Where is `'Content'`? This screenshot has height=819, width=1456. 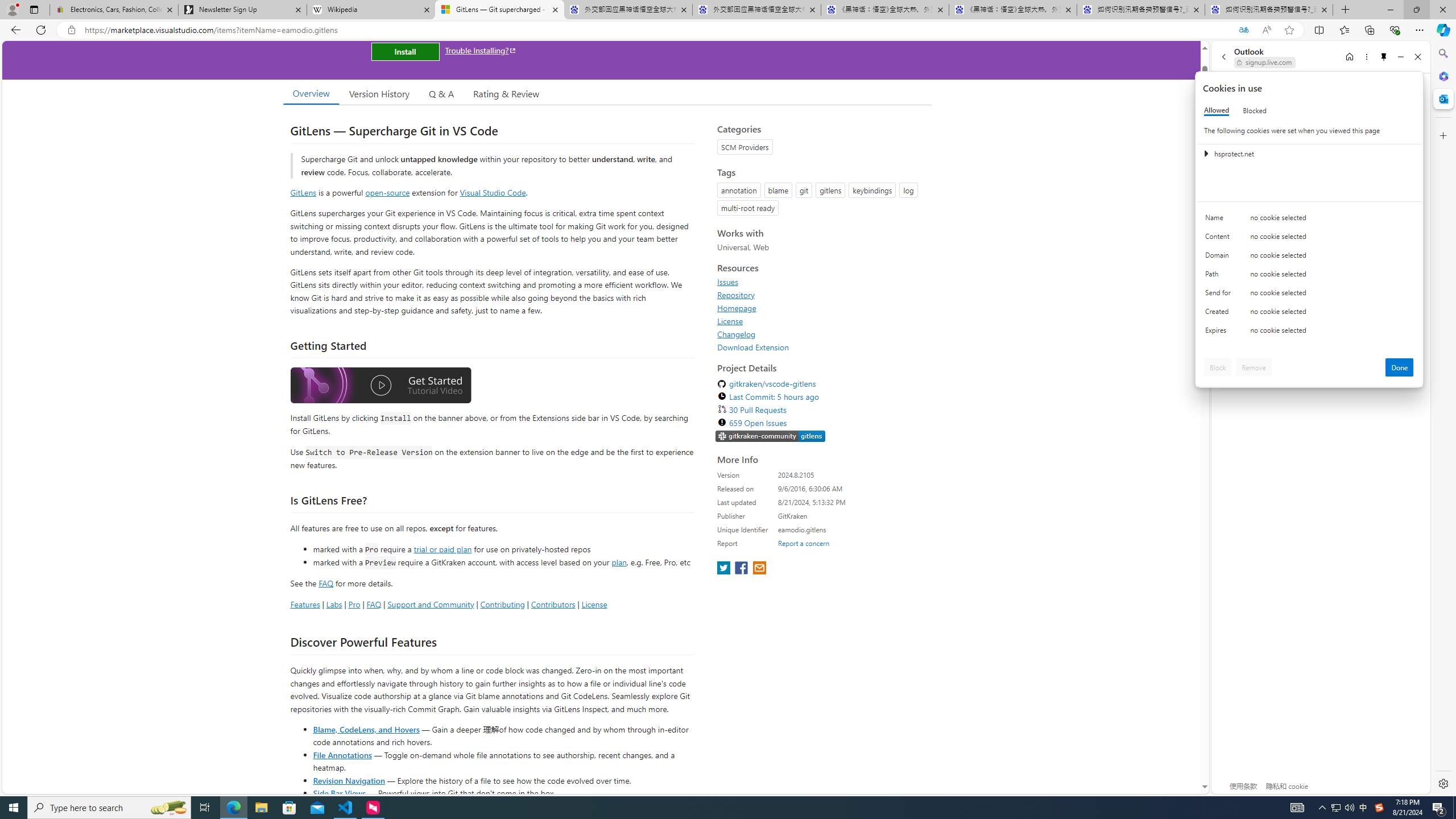 'Content' is located at coordinates (1219, 239).